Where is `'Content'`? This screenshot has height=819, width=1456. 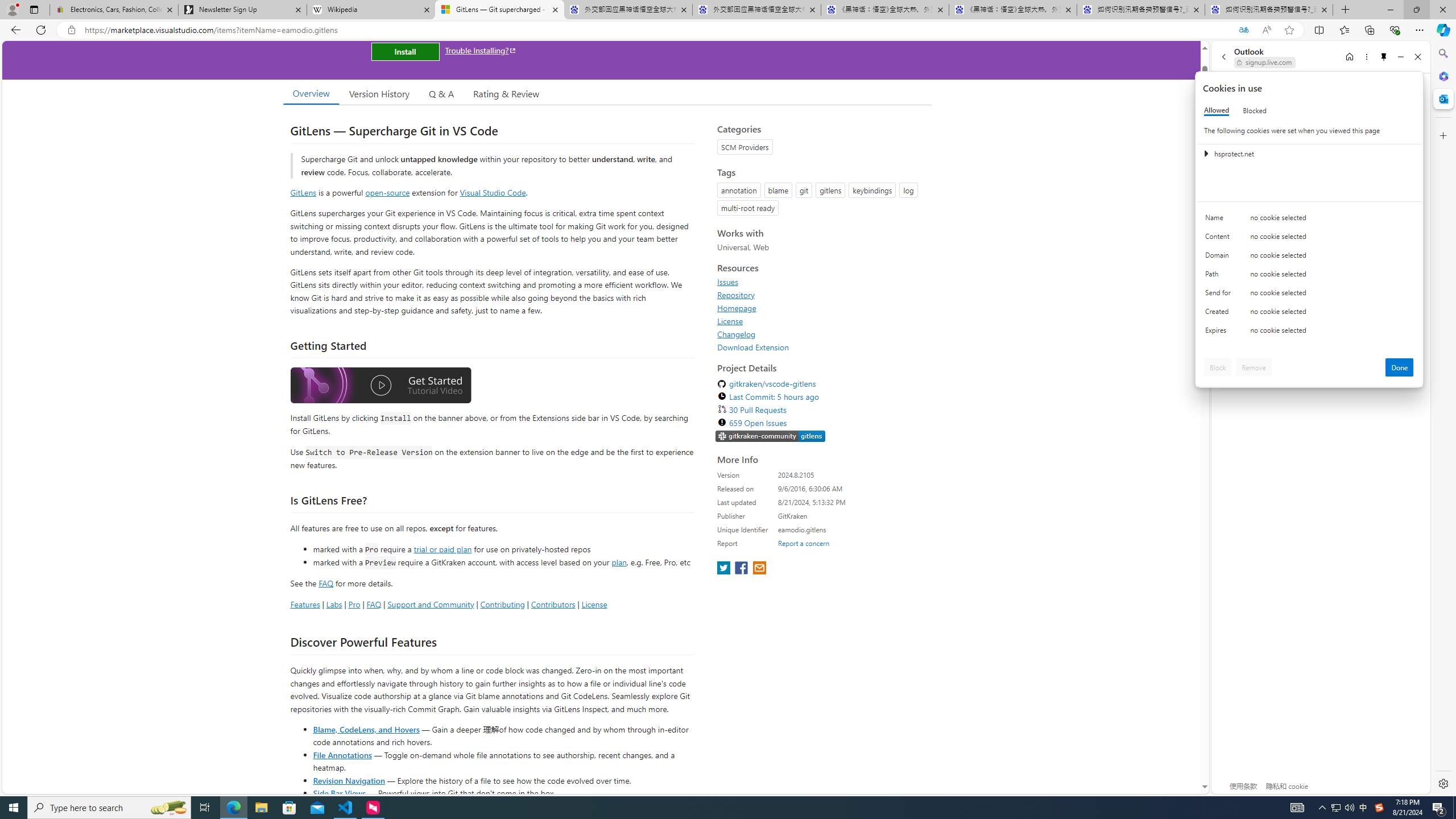 'Content' is located at coordinates (1219, 239).